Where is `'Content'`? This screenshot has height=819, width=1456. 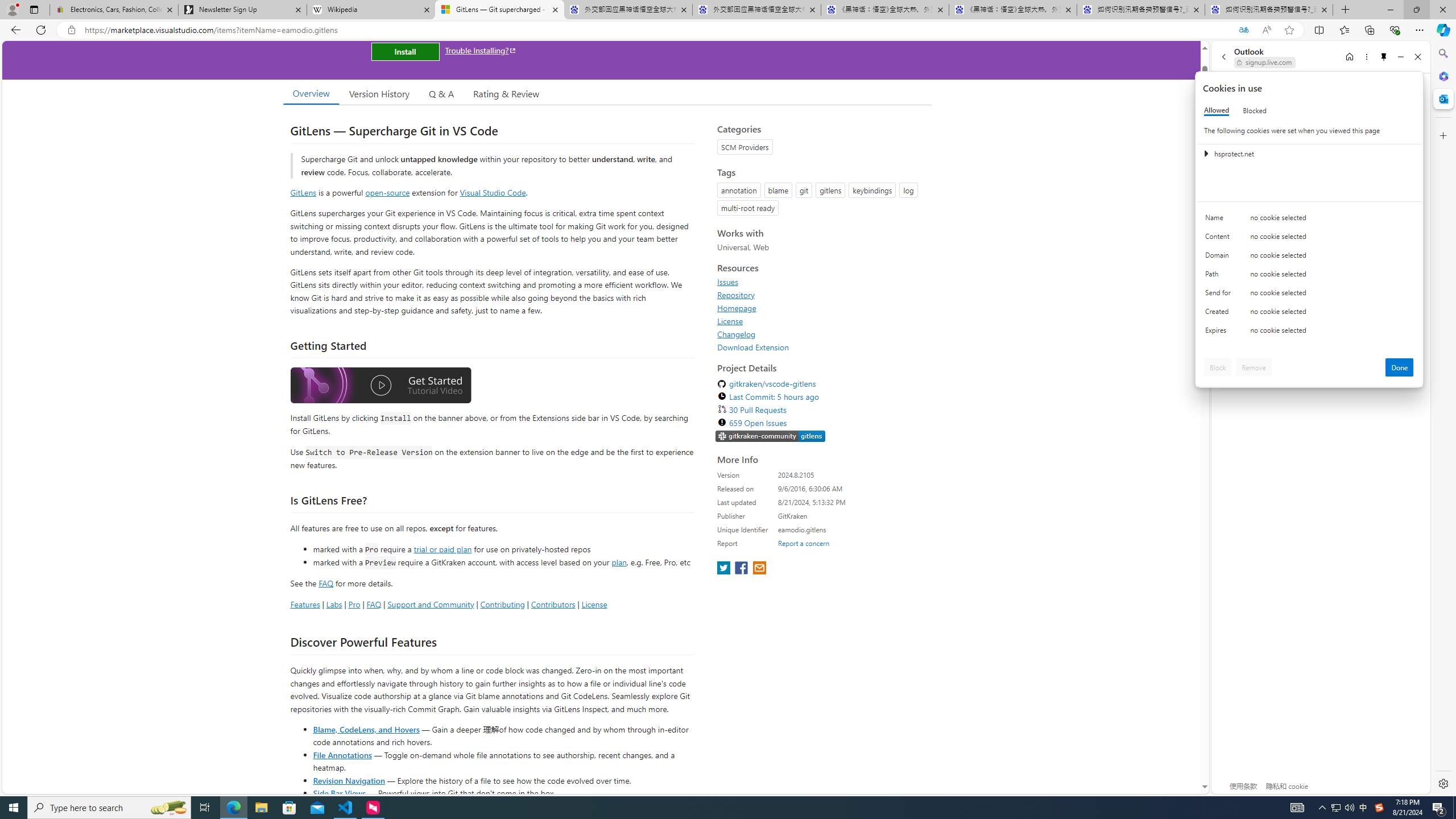 'Content' is located at coordinates (1219, 239).